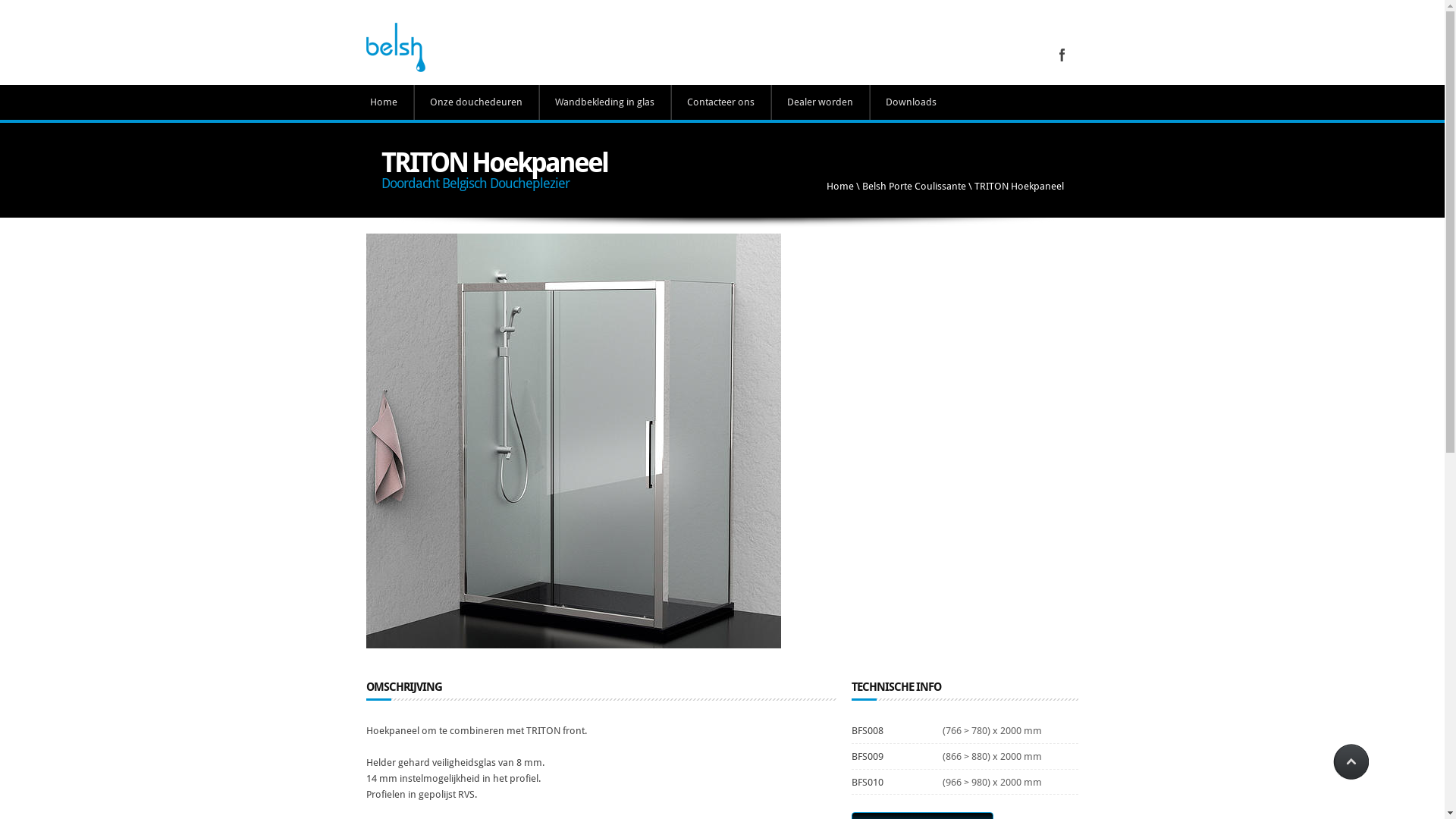 This screenshot has width=1456, height=819. What do you see at coordinates (839, 185) in the screenshot?
I see `'Home'` at bounding box center [839, 185].